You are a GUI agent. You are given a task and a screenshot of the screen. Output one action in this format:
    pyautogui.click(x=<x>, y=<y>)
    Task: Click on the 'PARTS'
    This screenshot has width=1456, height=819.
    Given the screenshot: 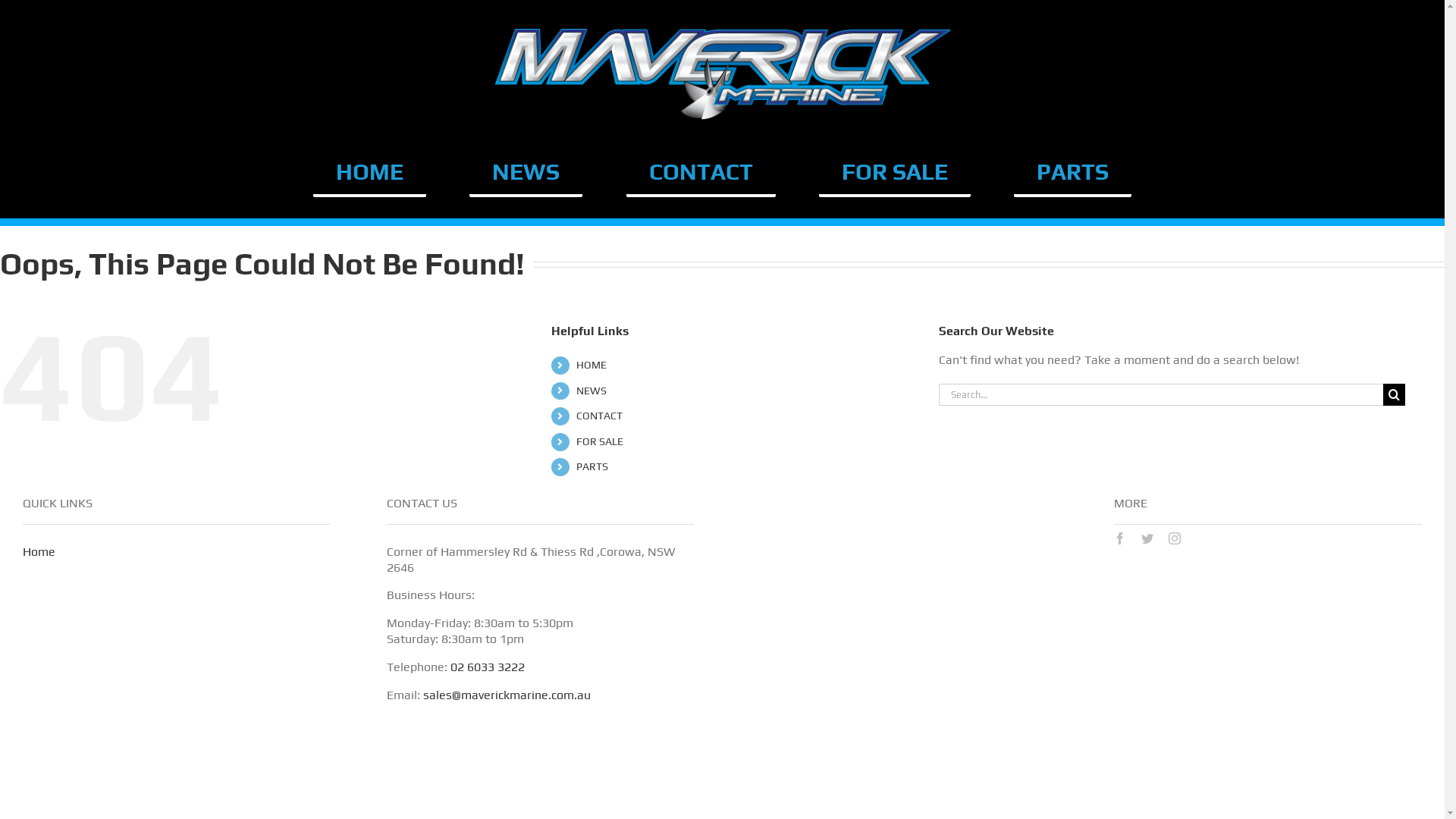 What is the action you would take?
    pyautogui.click(x=1072, y=172)
    